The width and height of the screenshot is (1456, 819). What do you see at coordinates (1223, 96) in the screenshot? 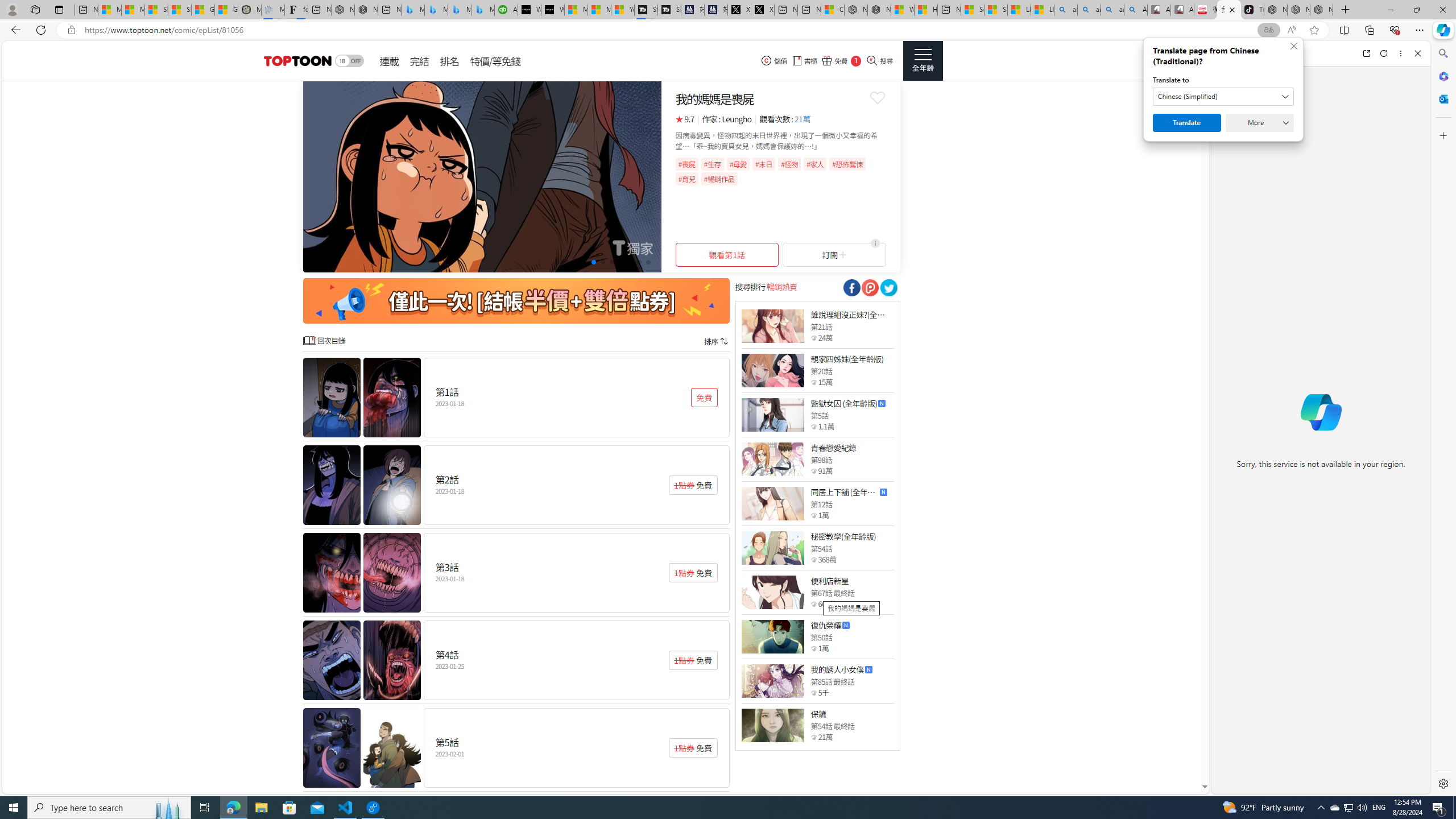
I see `'Translate to'` at bounding box center [1223, 96].